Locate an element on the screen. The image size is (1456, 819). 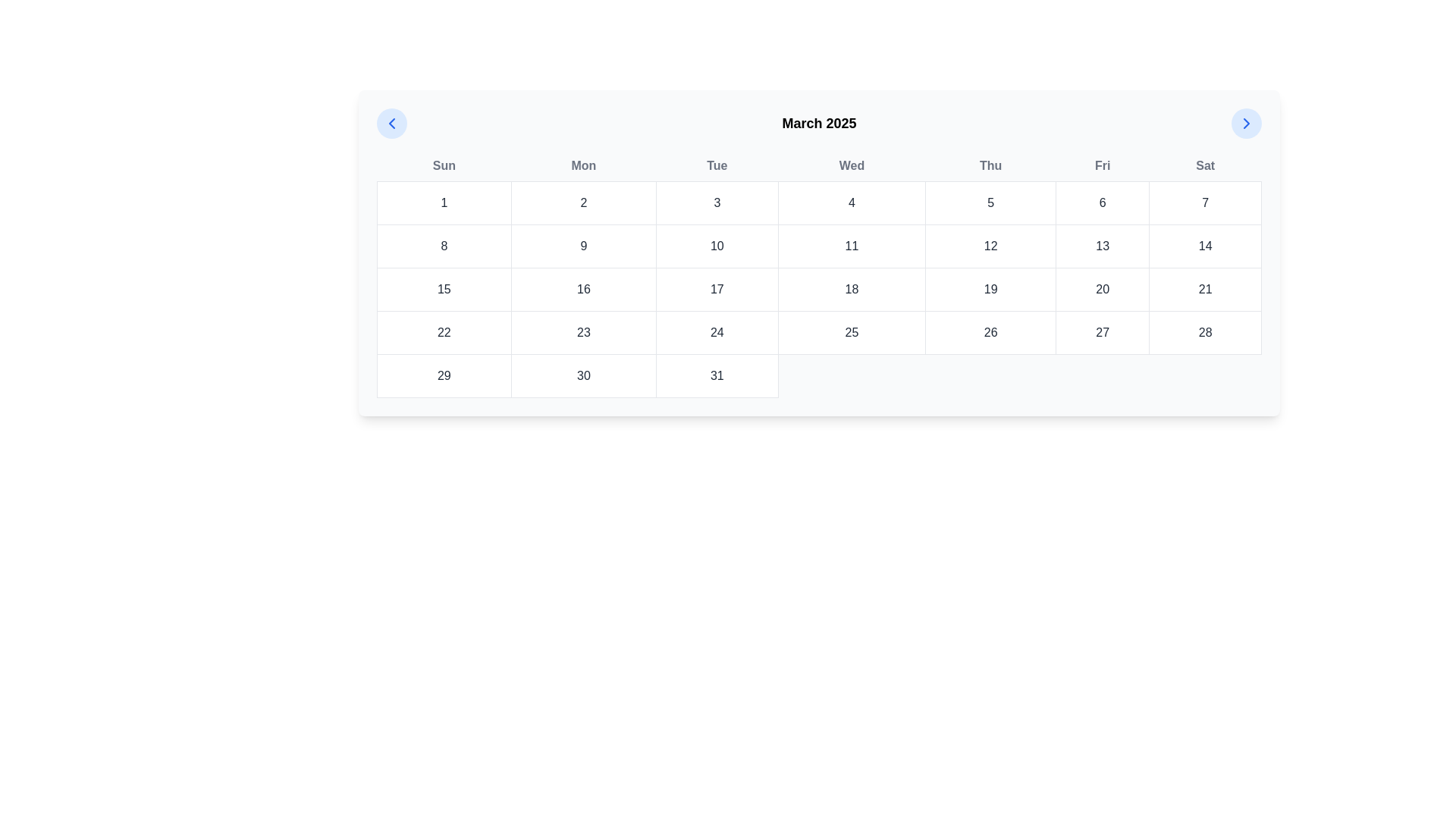
the calendar date cell representing '9' to trigger the hover effect that changes its background color to blue is located at coordinates (582, 245).